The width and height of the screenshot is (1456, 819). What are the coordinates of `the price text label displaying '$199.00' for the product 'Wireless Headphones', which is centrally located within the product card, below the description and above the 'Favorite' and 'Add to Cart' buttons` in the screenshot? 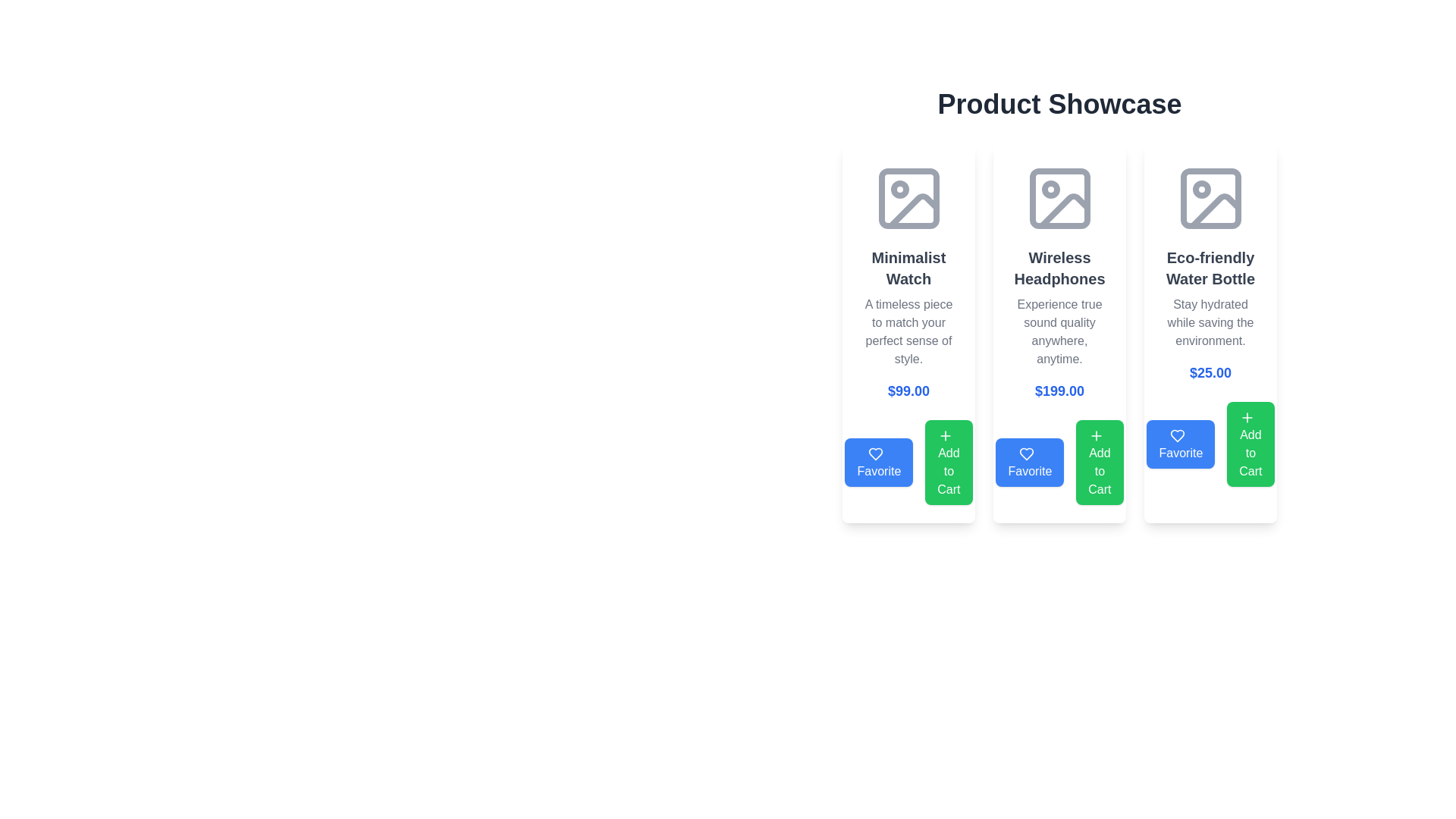 It's located at (1059, 391).